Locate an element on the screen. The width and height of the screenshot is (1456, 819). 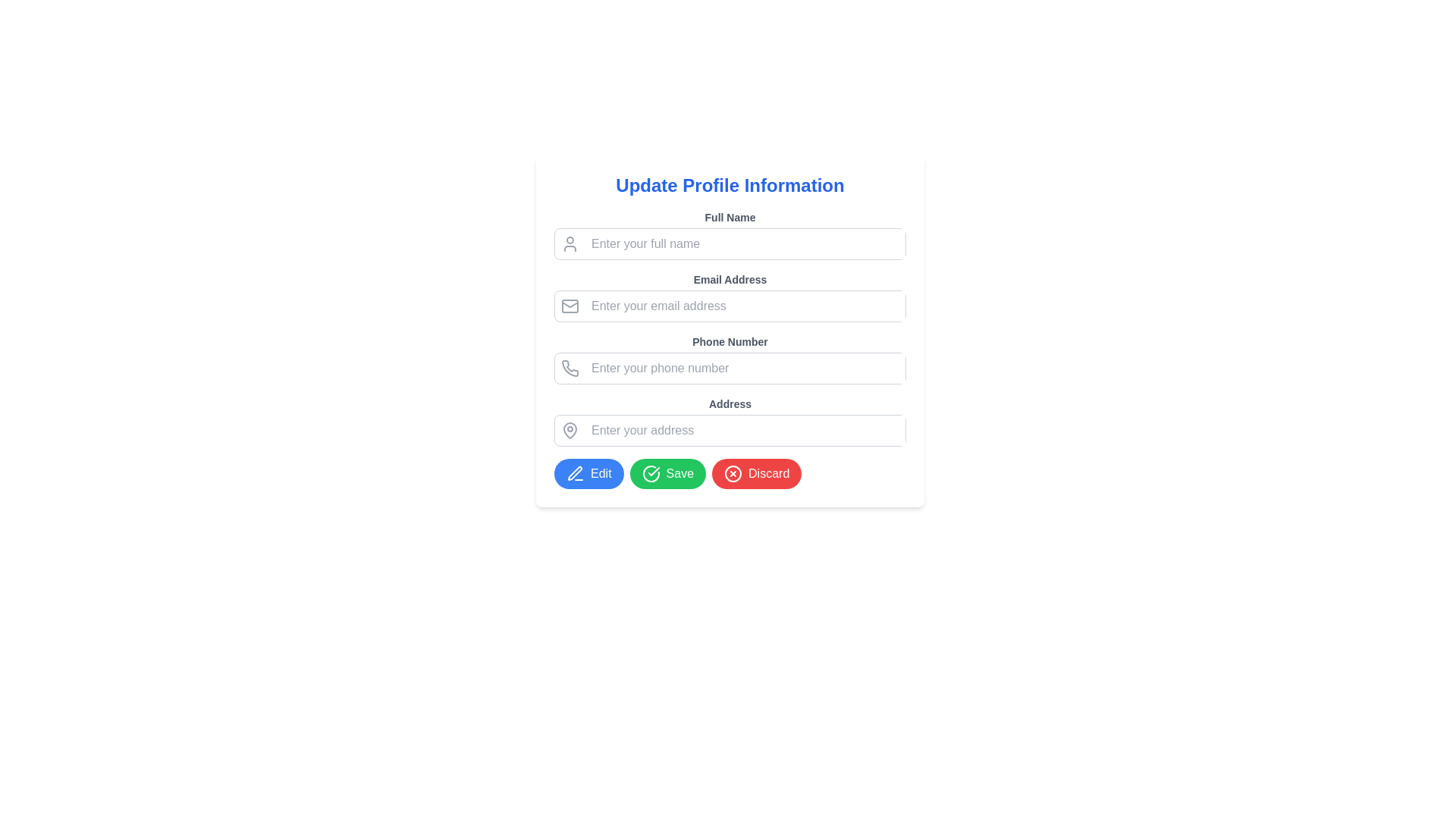
the email input field below the 'Full Name' field to focus the input for email address entry is located at coordinates (730, 297).